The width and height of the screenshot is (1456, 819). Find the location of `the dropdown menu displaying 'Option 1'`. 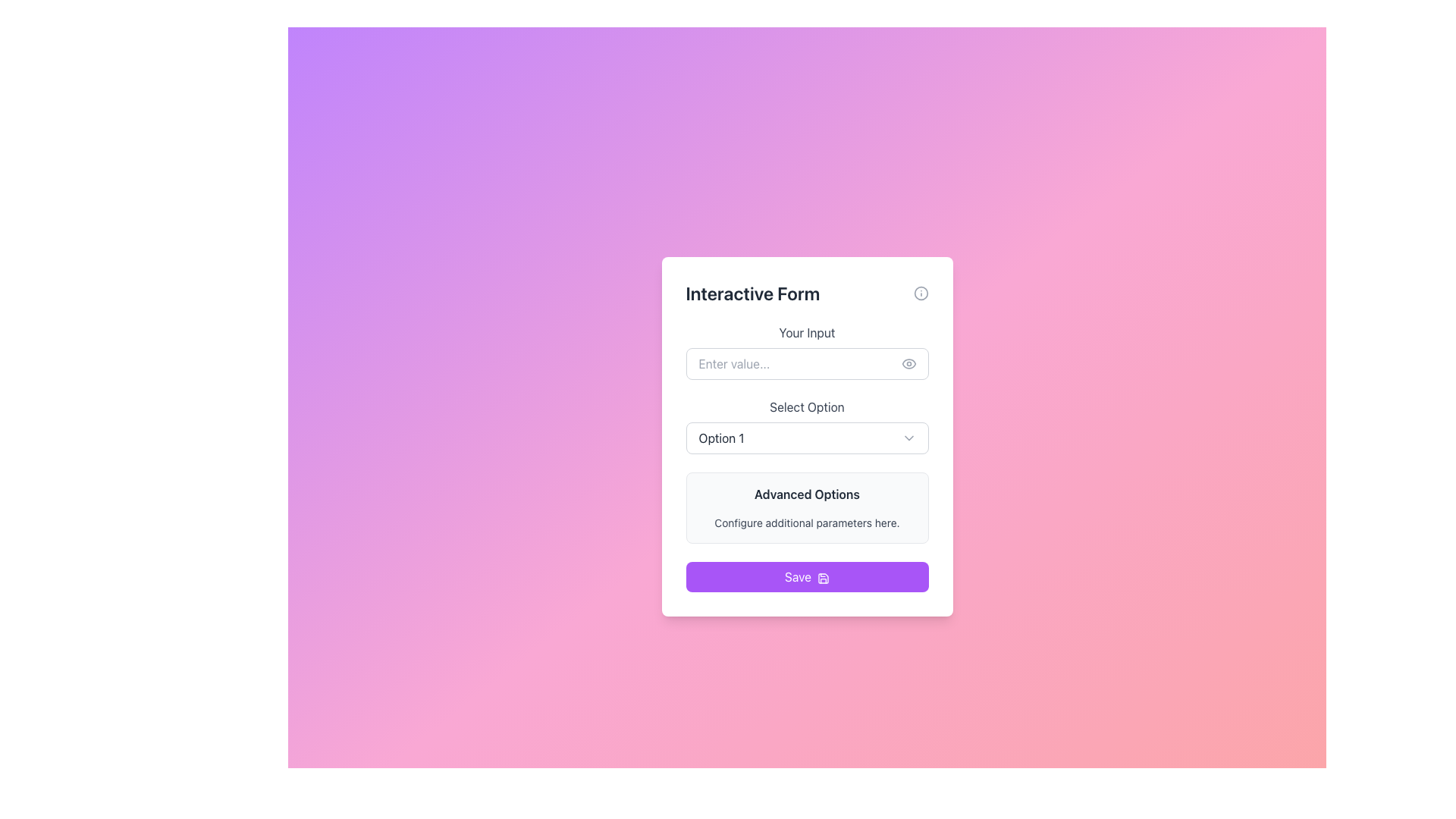

the dropdown menu displaying 'Option 1' is located at coordinates (806, 438).